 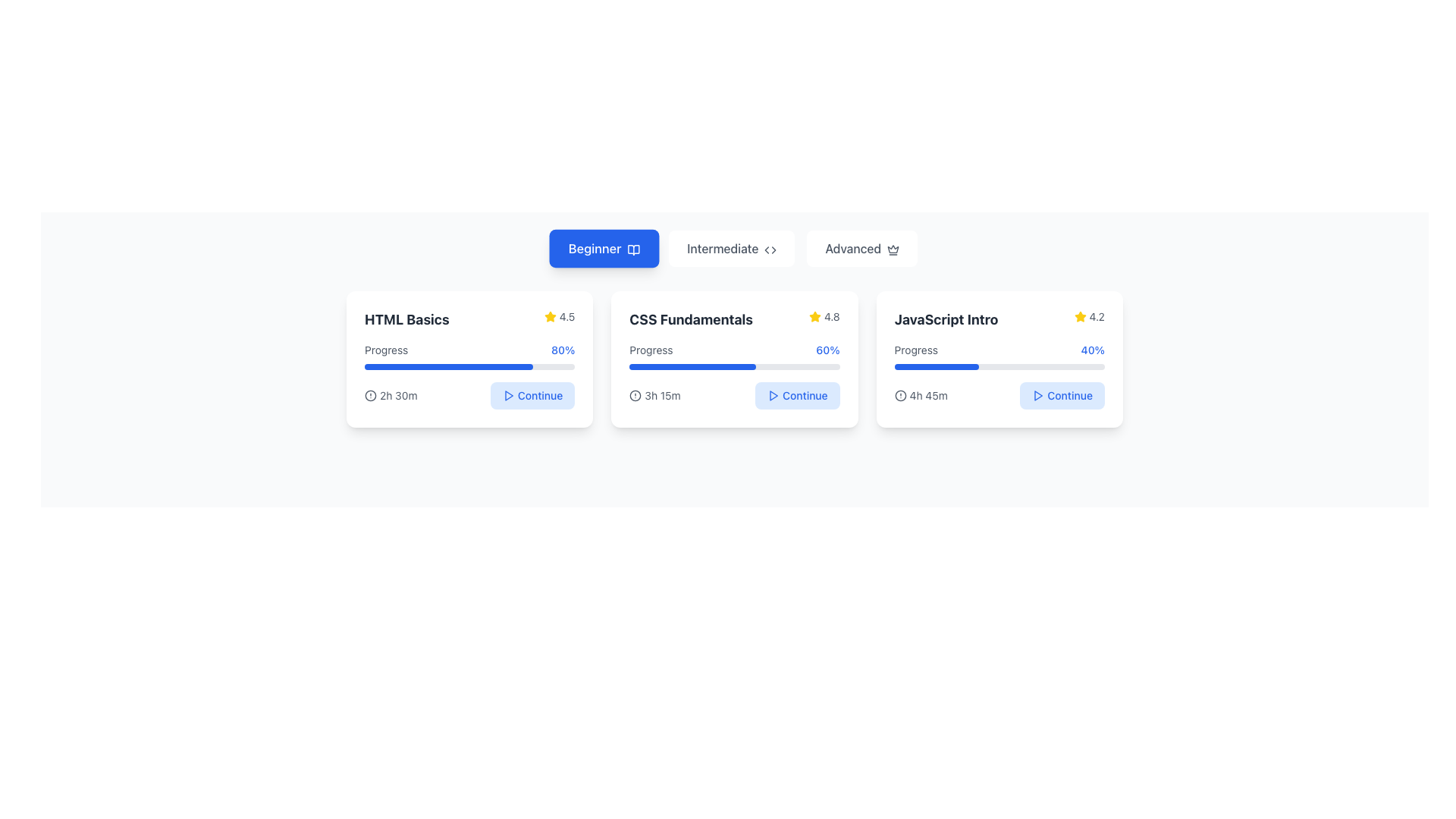 I want to click on text label that provides context for the progress bar and percentage indicator located in the second card from the left, positioned centrally near the top, above the progress bar and to the left of the percentage indicator ('60%'), so click(x=651, y=350).